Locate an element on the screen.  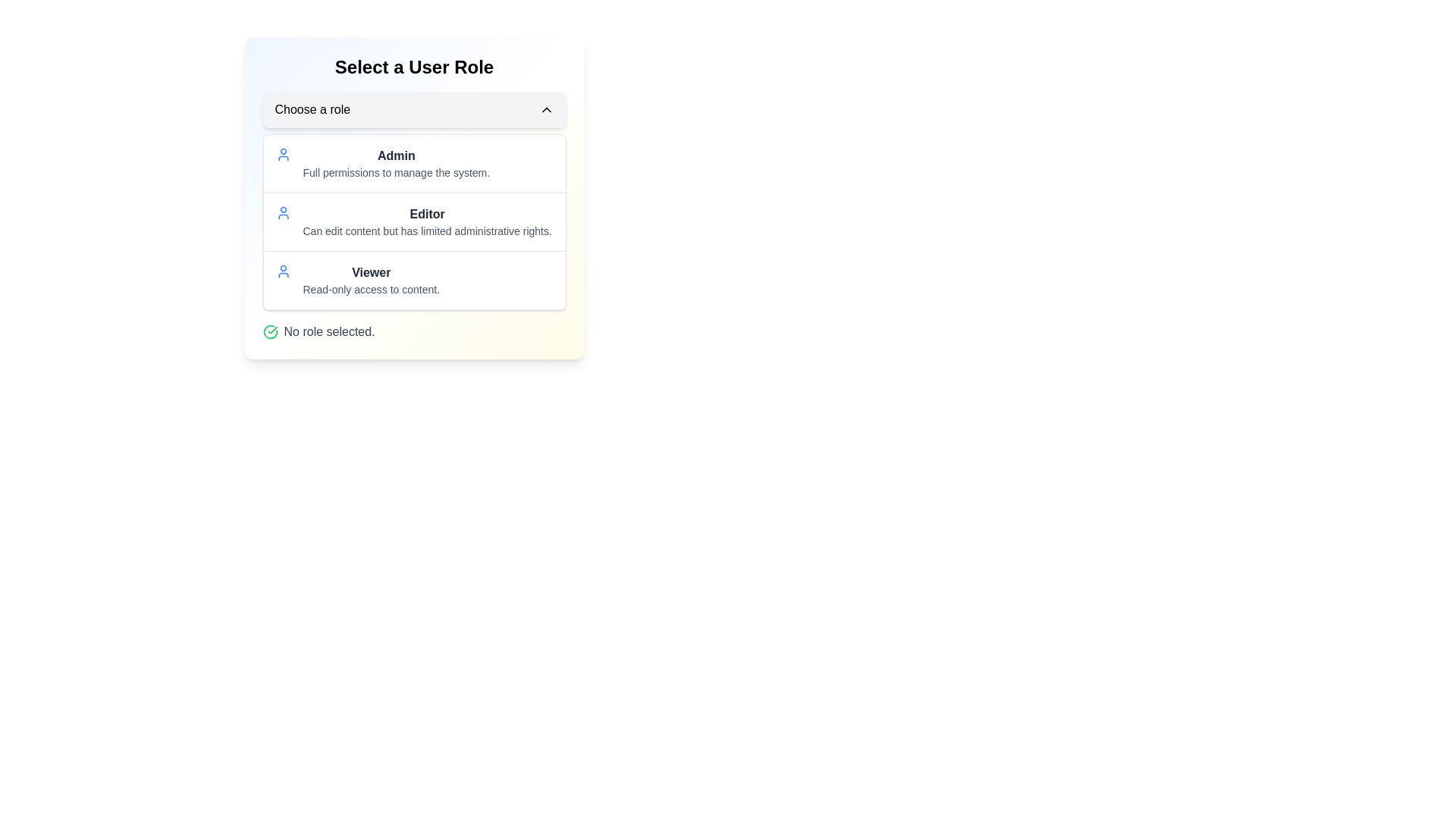
the text label 'Read-only access to content.' which is styled in gray and located below the 'Viewer' label in the user role selection interface is located at coordinates (371, 289).